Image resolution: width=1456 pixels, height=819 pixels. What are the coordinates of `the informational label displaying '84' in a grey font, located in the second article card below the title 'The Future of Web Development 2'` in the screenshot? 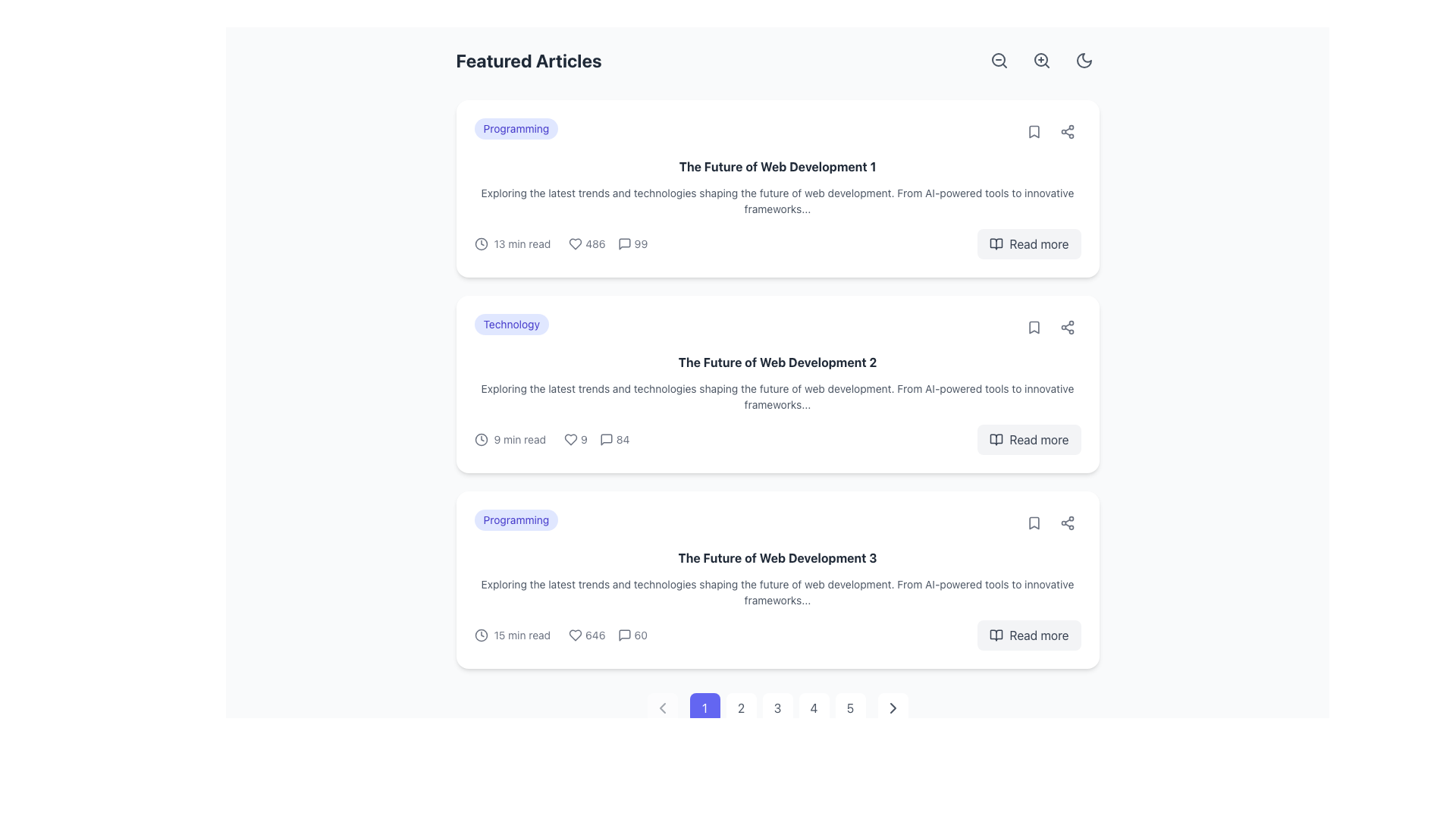 It's located at (614, 439).